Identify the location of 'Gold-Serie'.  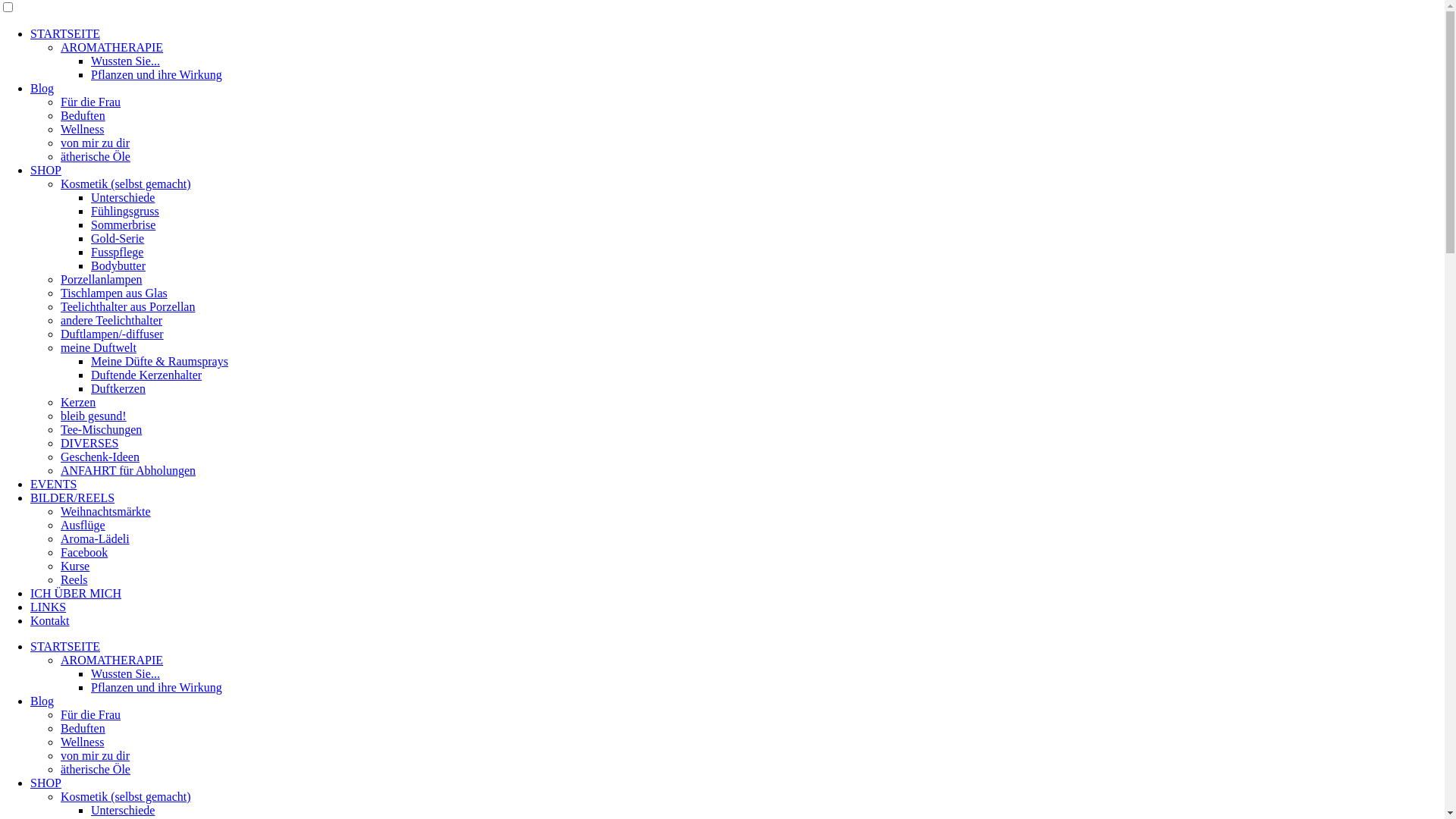
(90, 238).